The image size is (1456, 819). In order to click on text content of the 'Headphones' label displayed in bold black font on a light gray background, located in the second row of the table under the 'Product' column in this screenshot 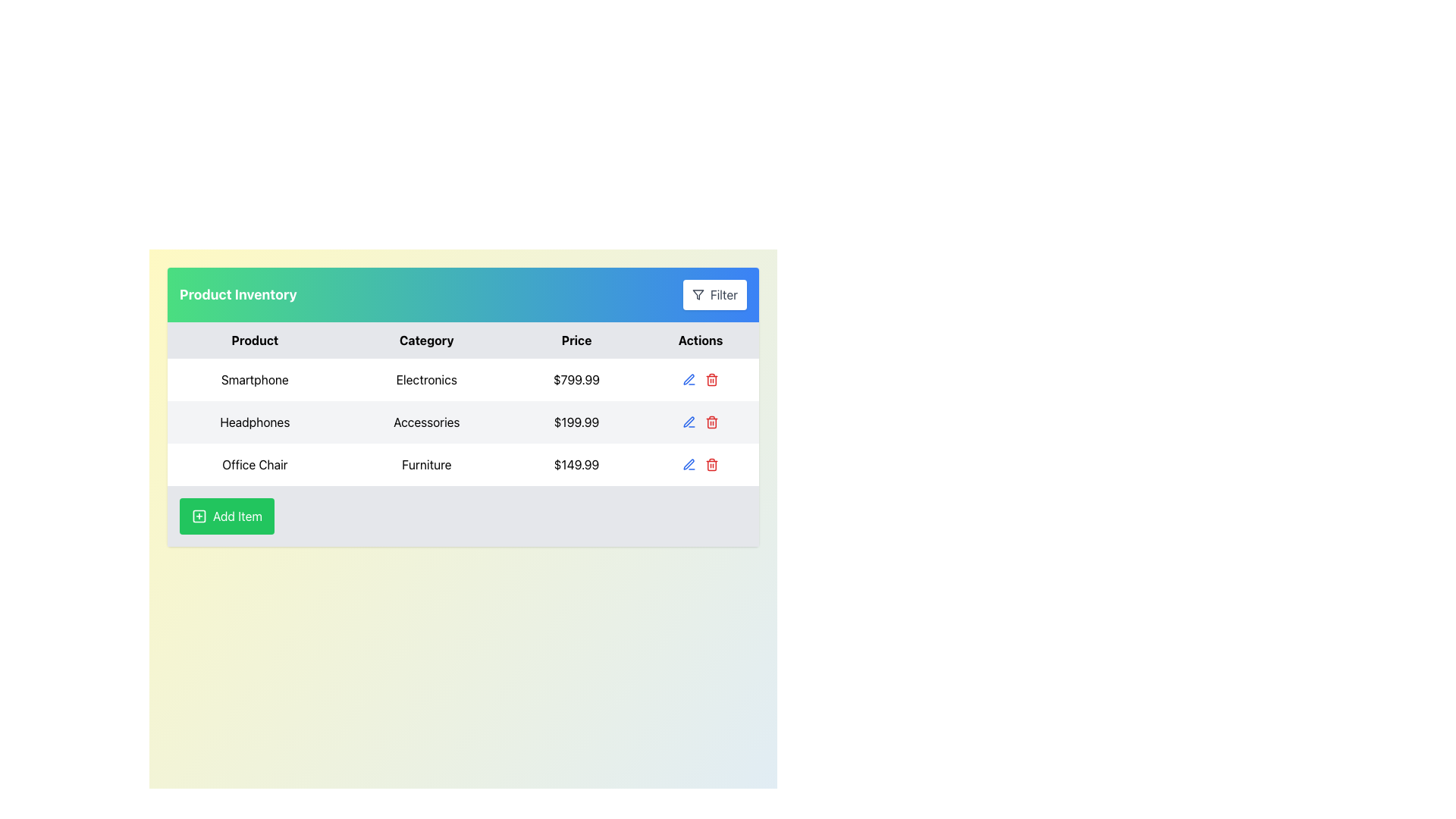, I will do `click(255, 422)`.